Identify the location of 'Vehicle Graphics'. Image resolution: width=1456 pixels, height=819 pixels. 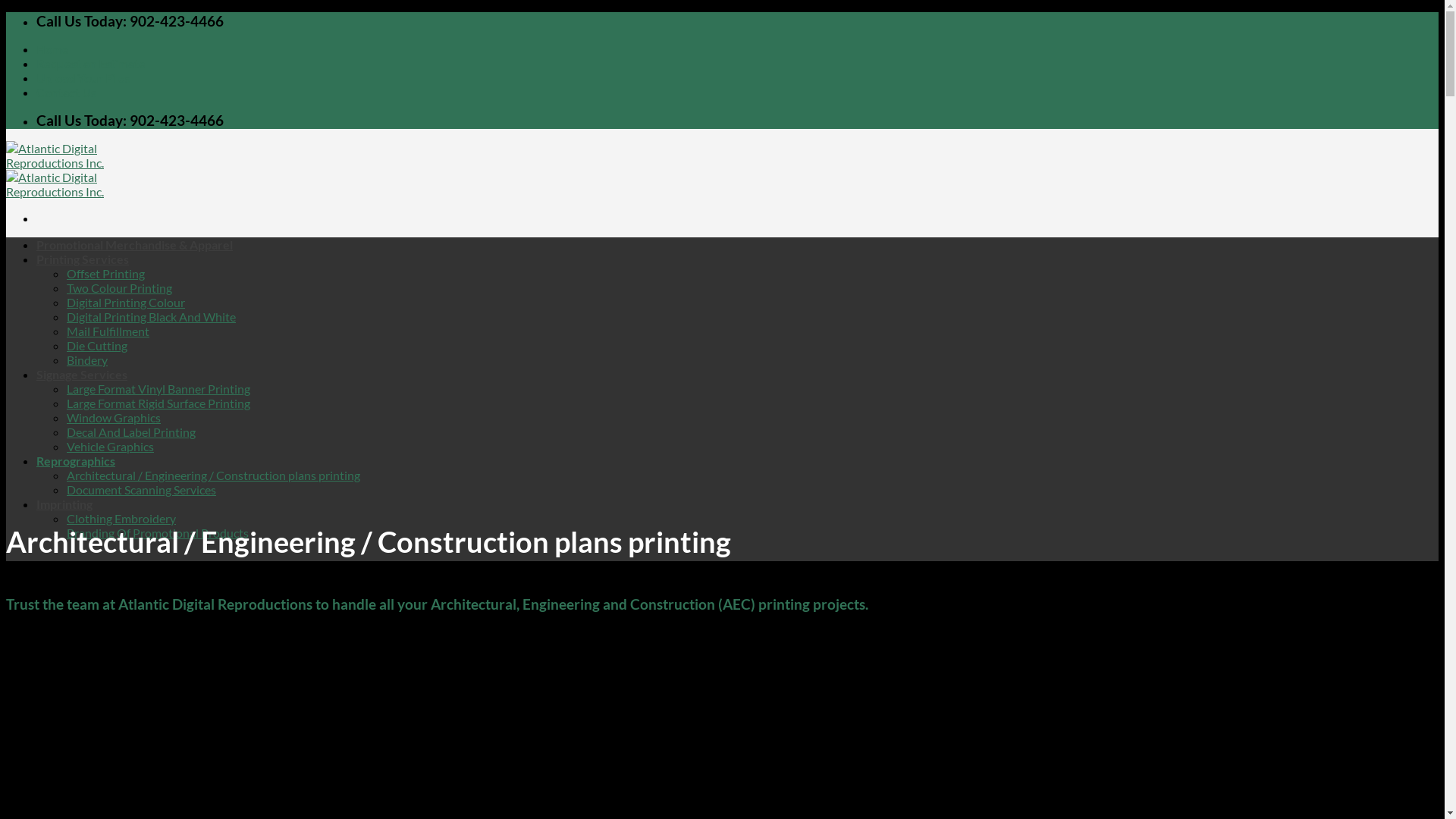
(109, 445).